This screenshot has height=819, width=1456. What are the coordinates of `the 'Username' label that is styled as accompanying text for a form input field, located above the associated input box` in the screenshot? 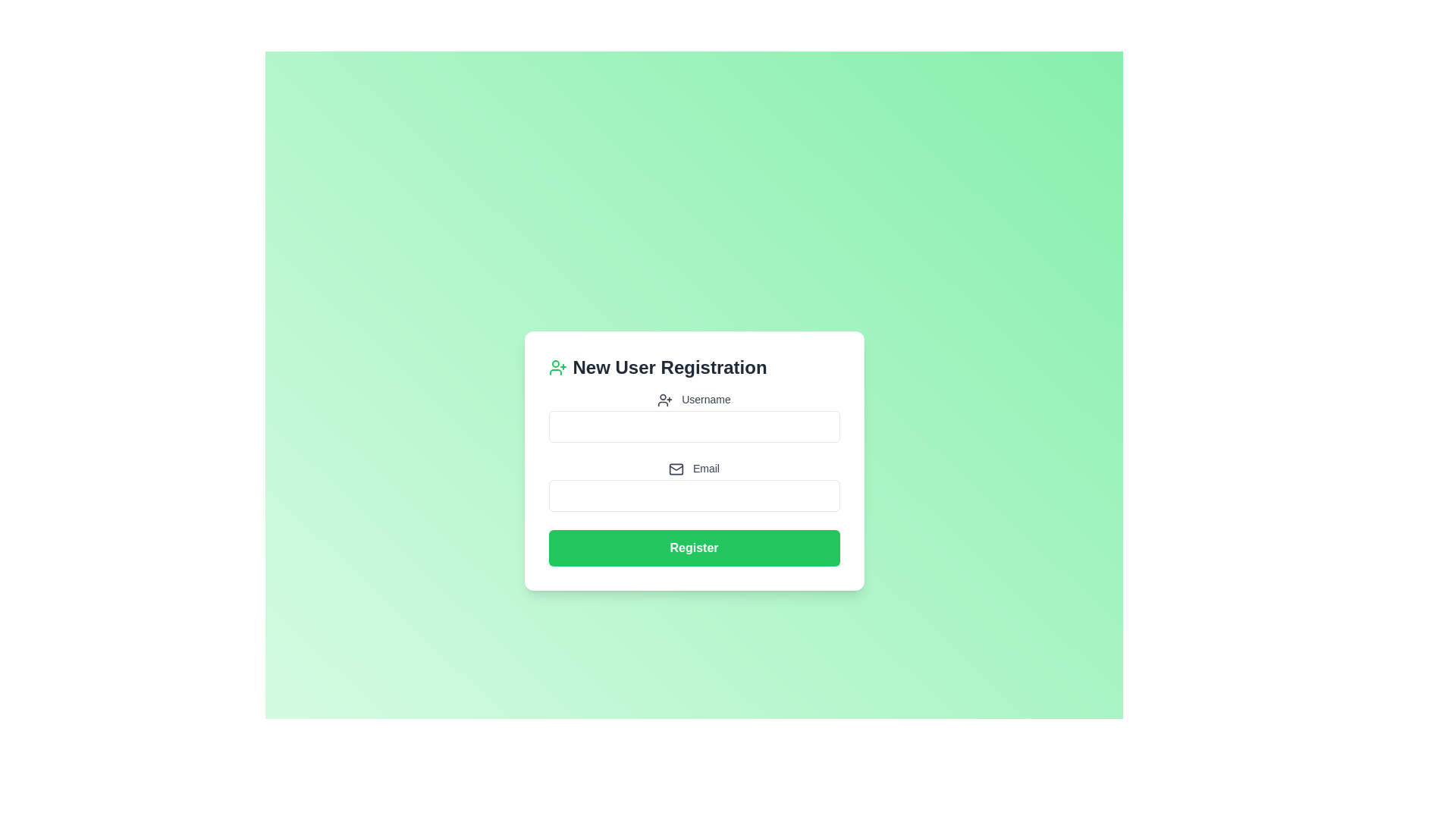 It's located at (693, 399).